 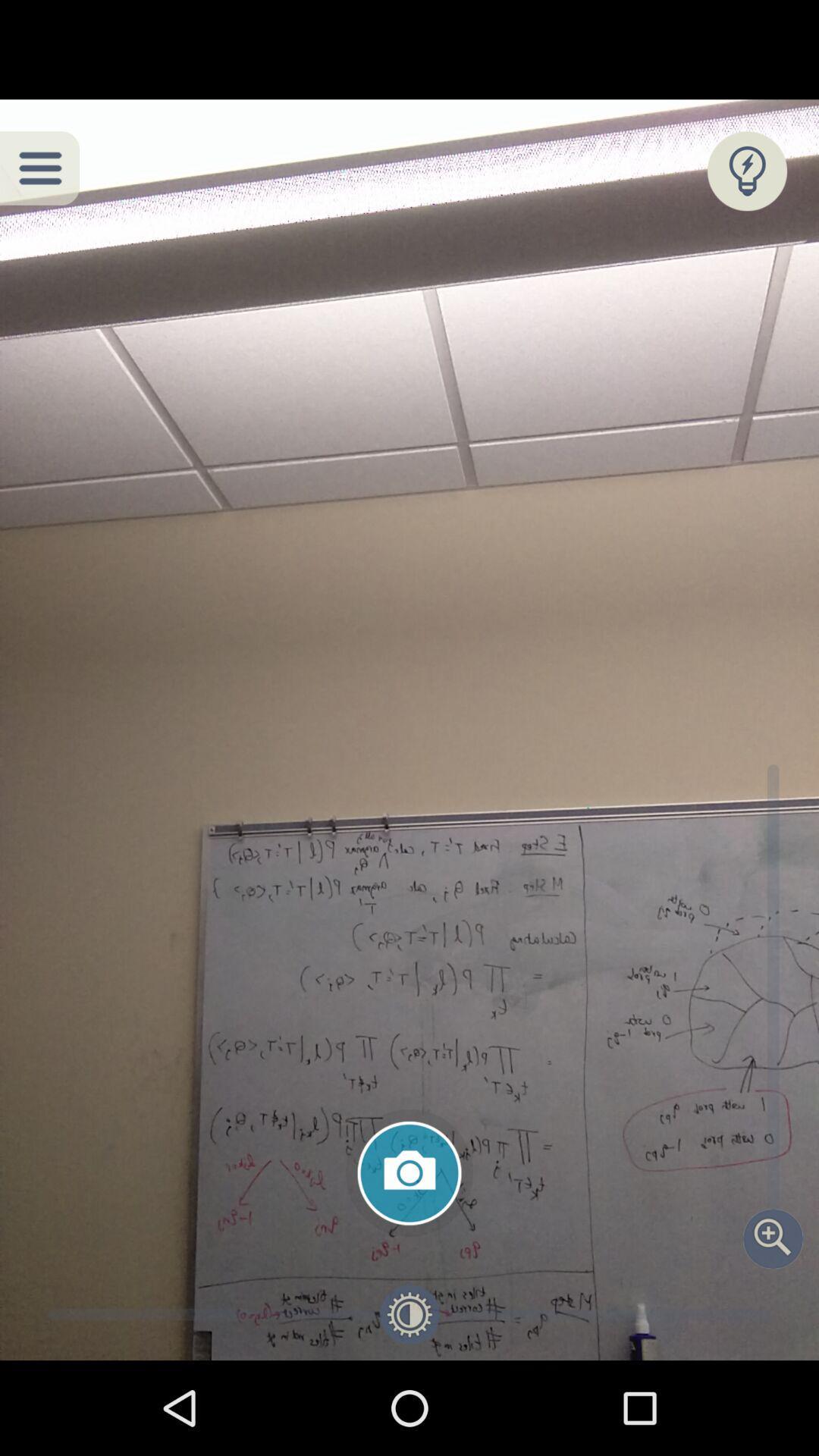 I want to click on option/ details icon, so click(x=39, y=168).